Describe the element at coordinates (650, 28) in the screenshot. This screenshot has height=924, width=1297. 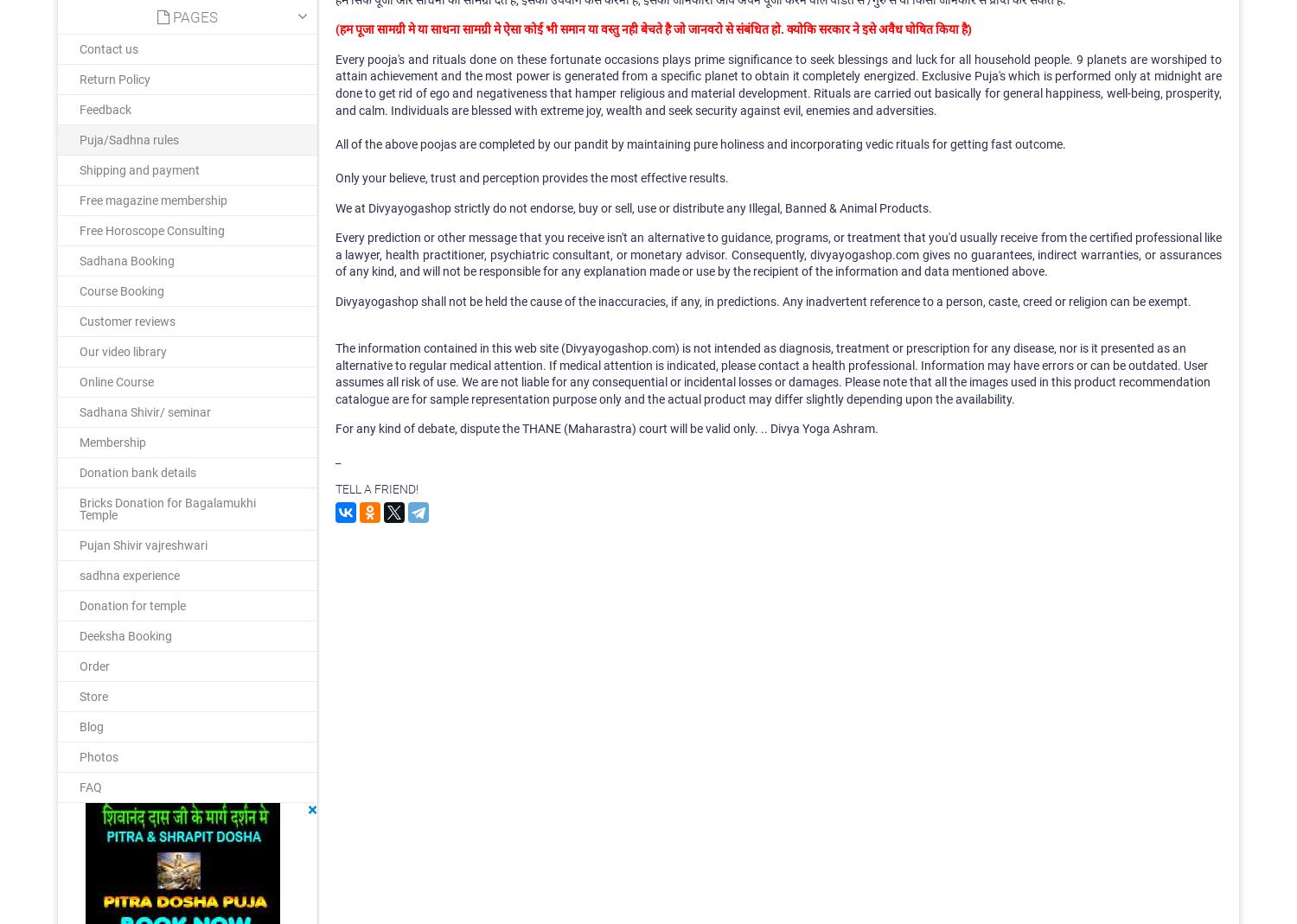
I see `'(हम पूजा सामग्री मे या साधना सामग्री मे ऐसा कोई भी समान या वस्तु नही बेचते है जो जानवरो से संबंधित हो. क्योकि सरकार ने इसे अवैध घोषित किया है'` at that location.